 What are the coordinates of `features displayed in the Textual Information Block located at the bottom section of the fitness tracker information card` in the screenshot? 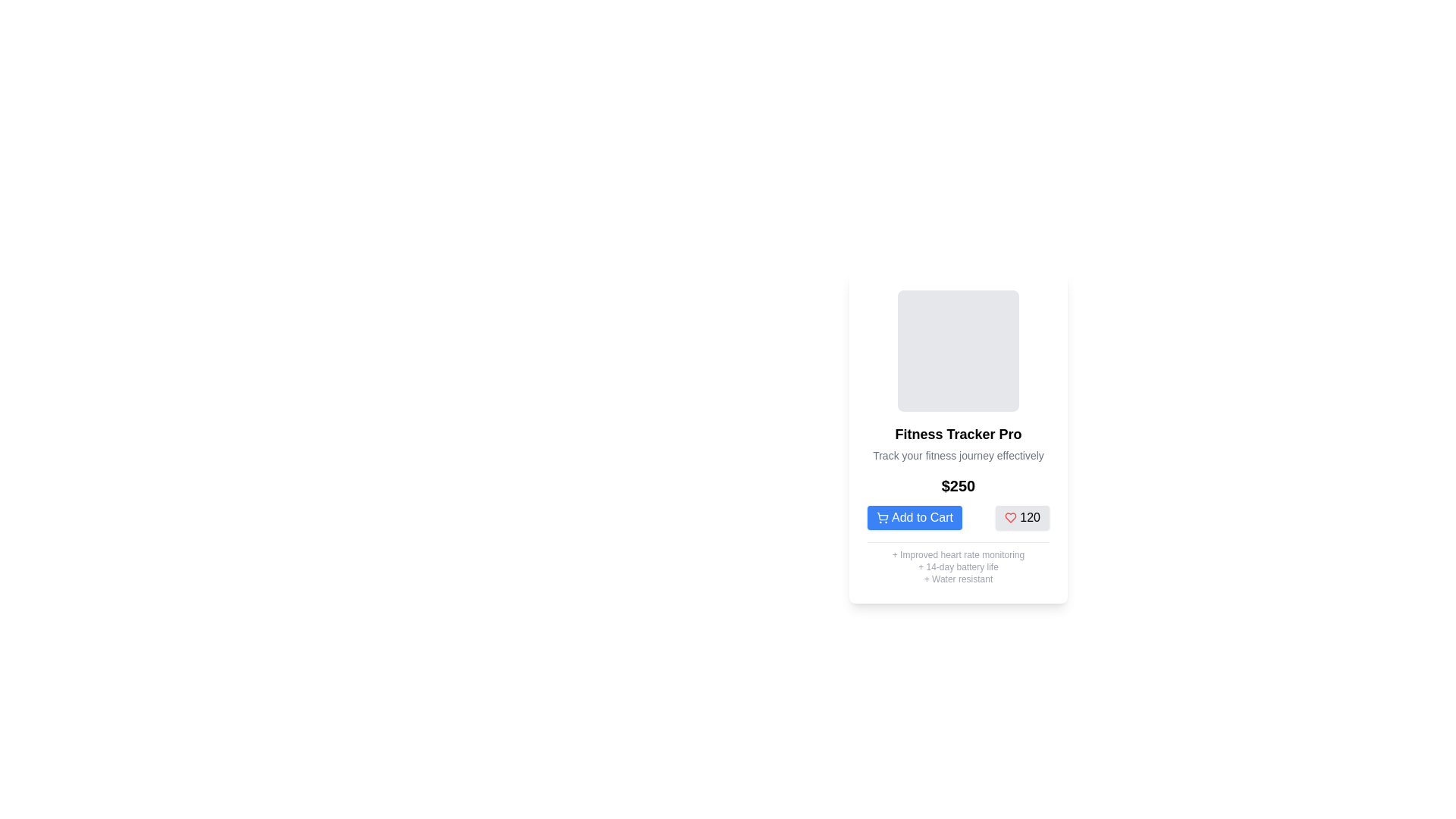 It's located at (957, 563).